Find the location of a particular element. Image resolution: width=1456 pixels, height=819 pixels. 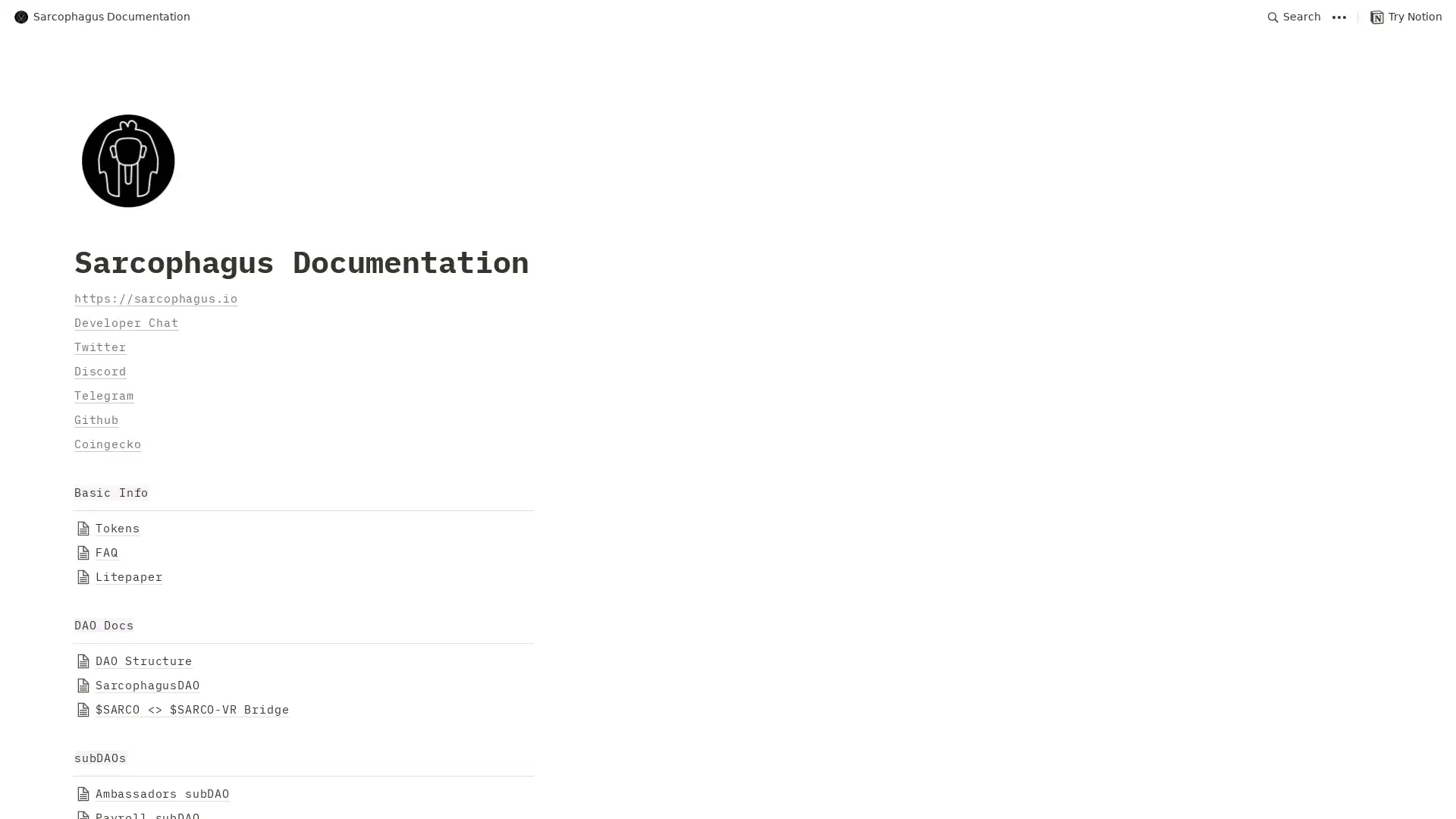

DAO Structure is located at coordinates (728, 660).